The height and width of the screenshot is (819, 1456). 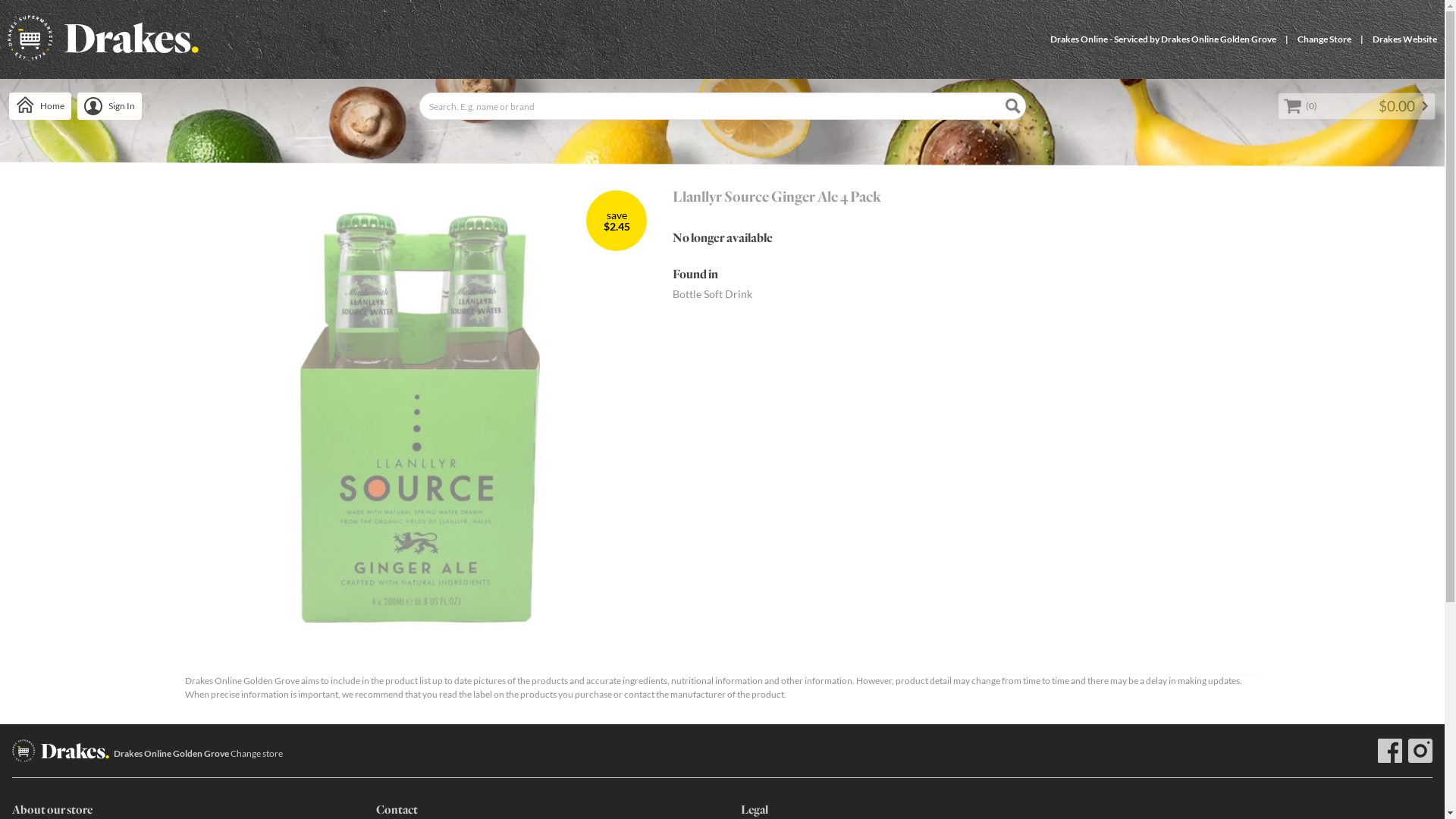 I want to click on 'Bottle Soft Drink', so click(x=711, y=293).